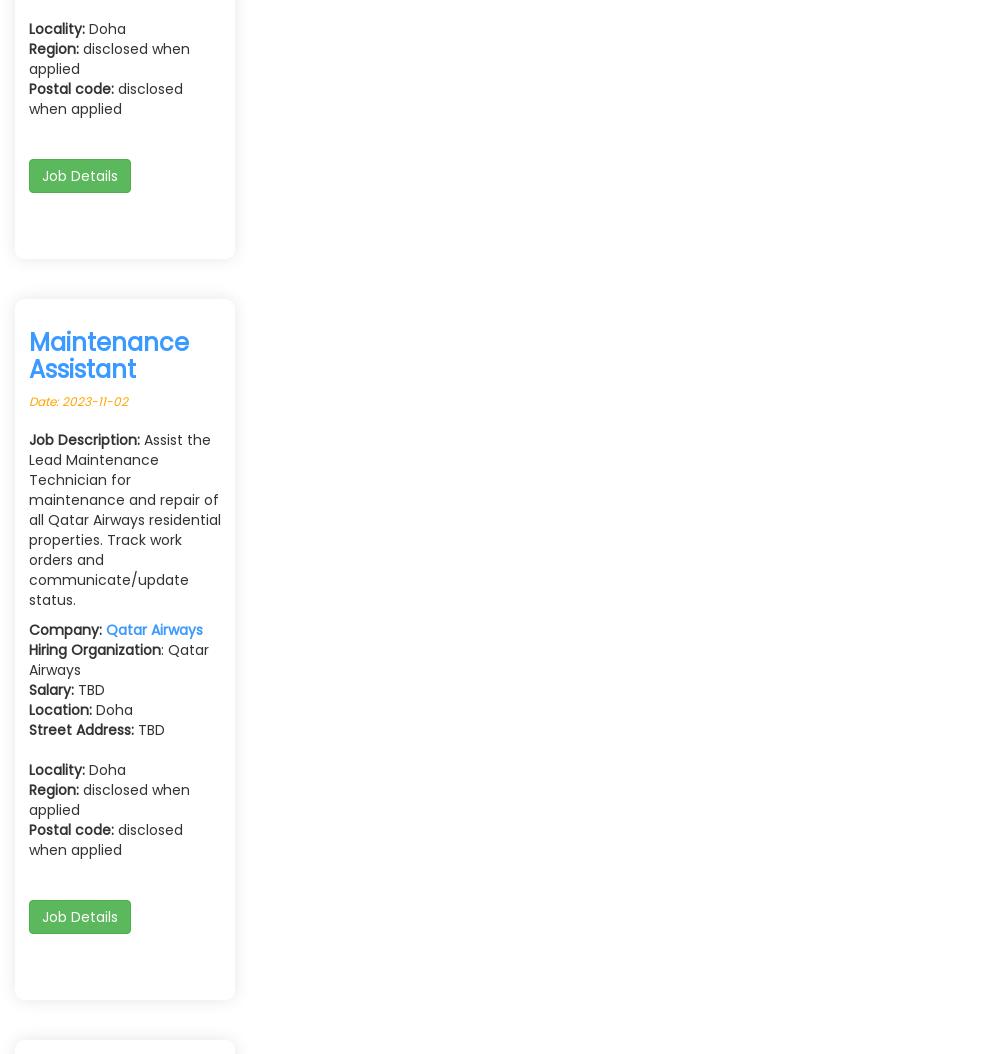  I want to click on 'Location:', so click(60, 708).